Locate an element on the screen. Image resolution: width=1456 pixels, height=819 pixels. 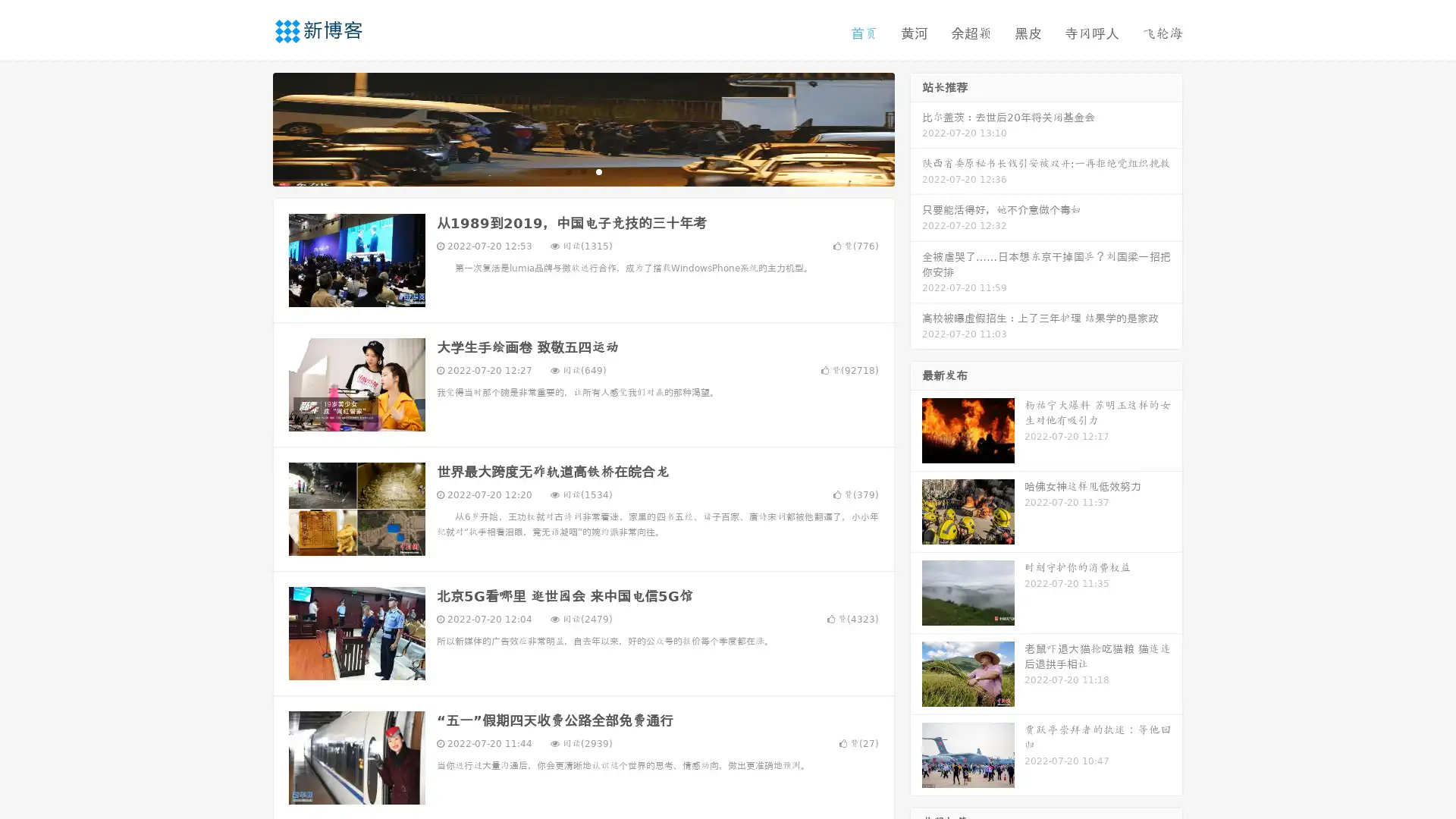
Go to slide 3 is located at coordinates (598, 171).